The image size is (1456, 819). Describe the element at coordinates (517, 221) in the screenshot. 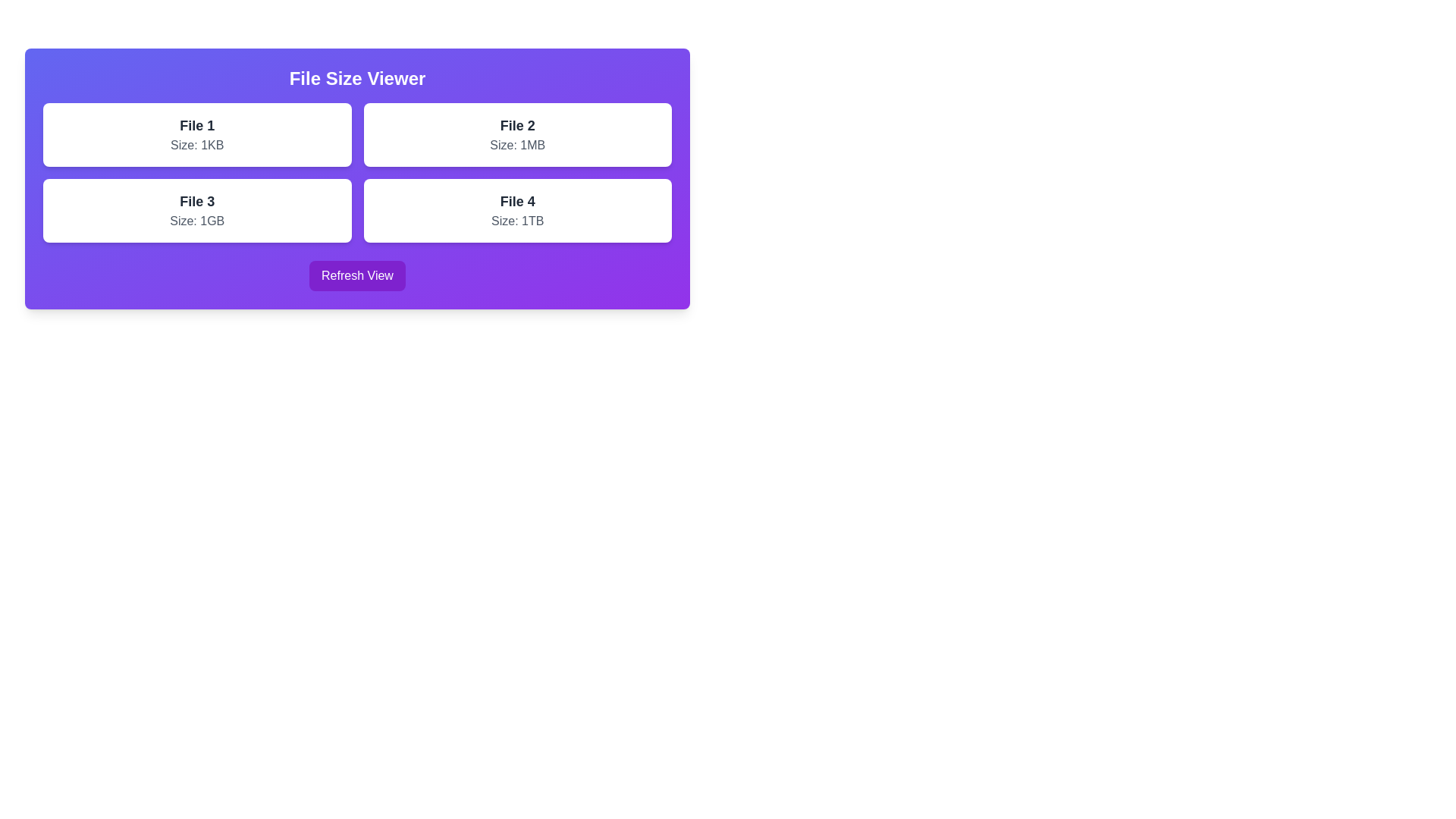

I see `text label that displays 'Size: 1TB', which is styled with a gray font color and centered within a white background card labeled 'File 4'` at that location.